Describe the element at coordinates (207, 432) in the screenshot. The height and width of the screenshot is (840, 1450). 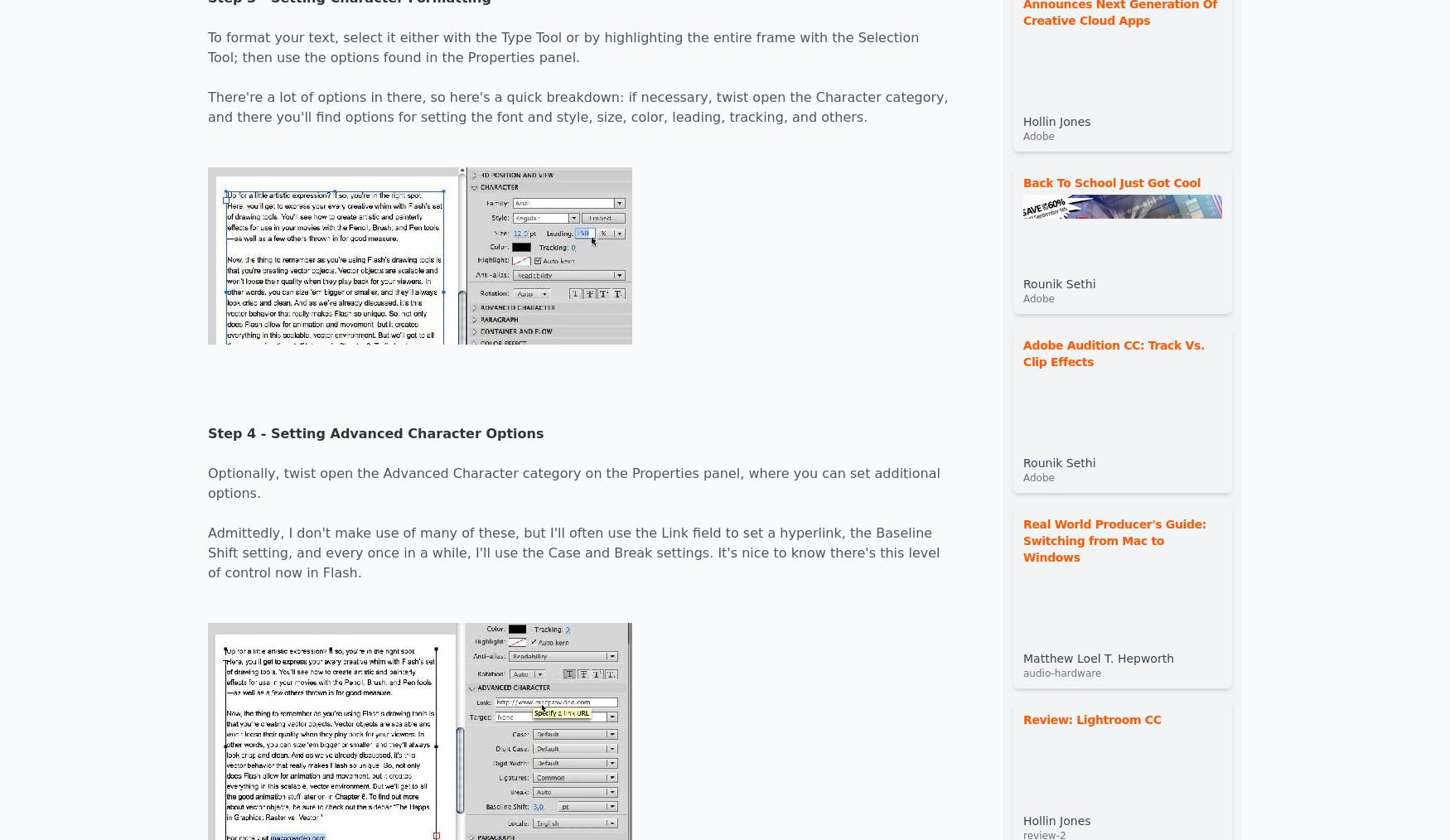
I see `'Step 4 - Setting Advanced Character Options'` at that location.